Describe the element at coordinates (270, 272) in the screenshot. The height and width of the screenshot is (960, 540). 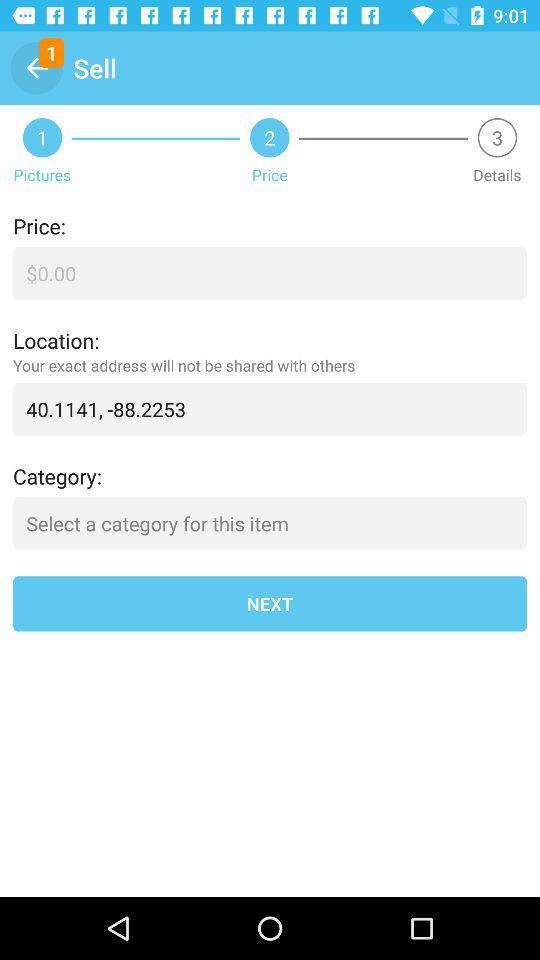
I see `the icon below price: icon` at that location.